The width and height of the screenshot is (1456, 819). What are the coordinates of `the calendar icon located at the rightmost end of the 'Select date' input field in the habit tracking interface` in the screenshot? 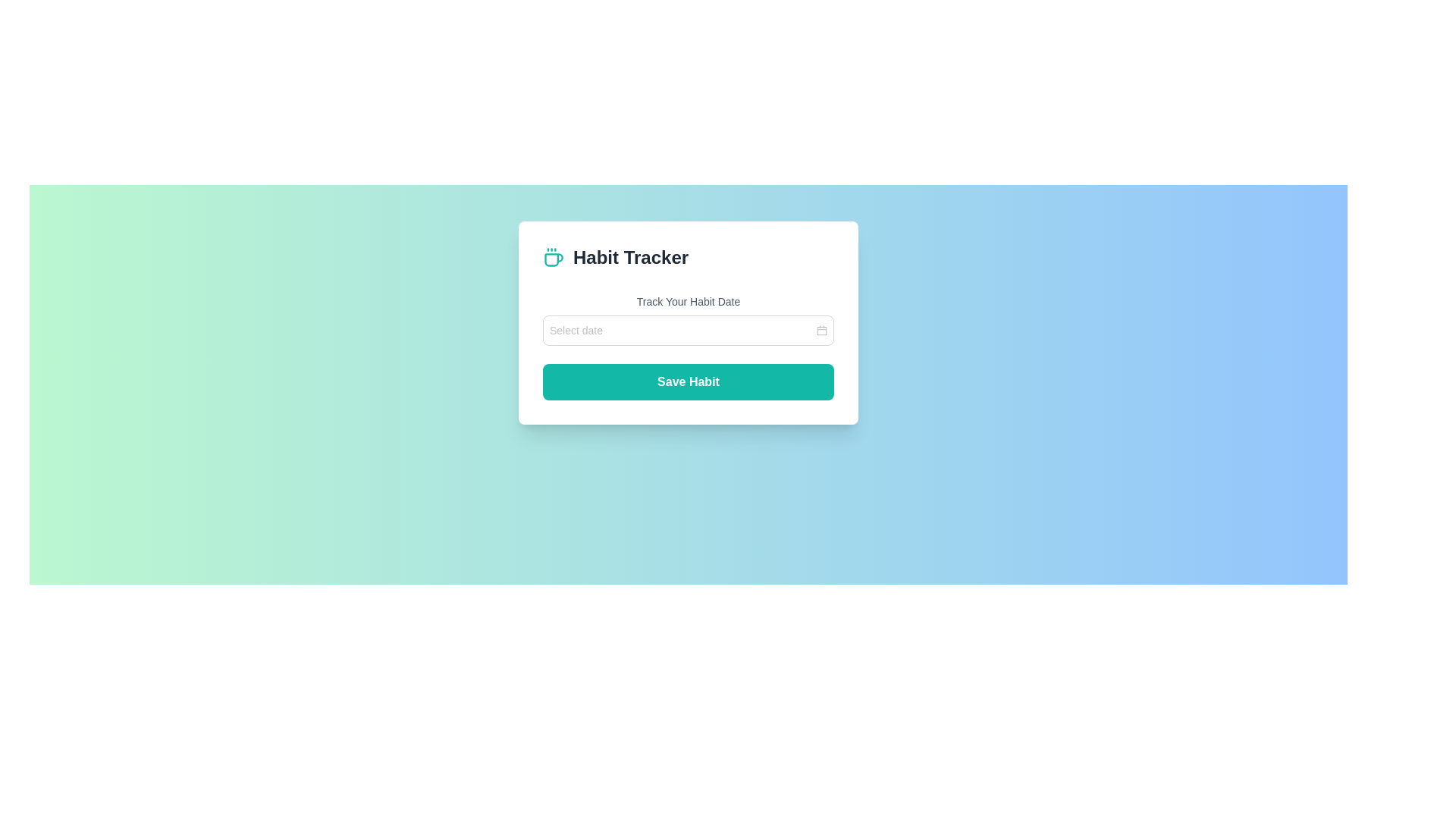 It's located at (821, 329).